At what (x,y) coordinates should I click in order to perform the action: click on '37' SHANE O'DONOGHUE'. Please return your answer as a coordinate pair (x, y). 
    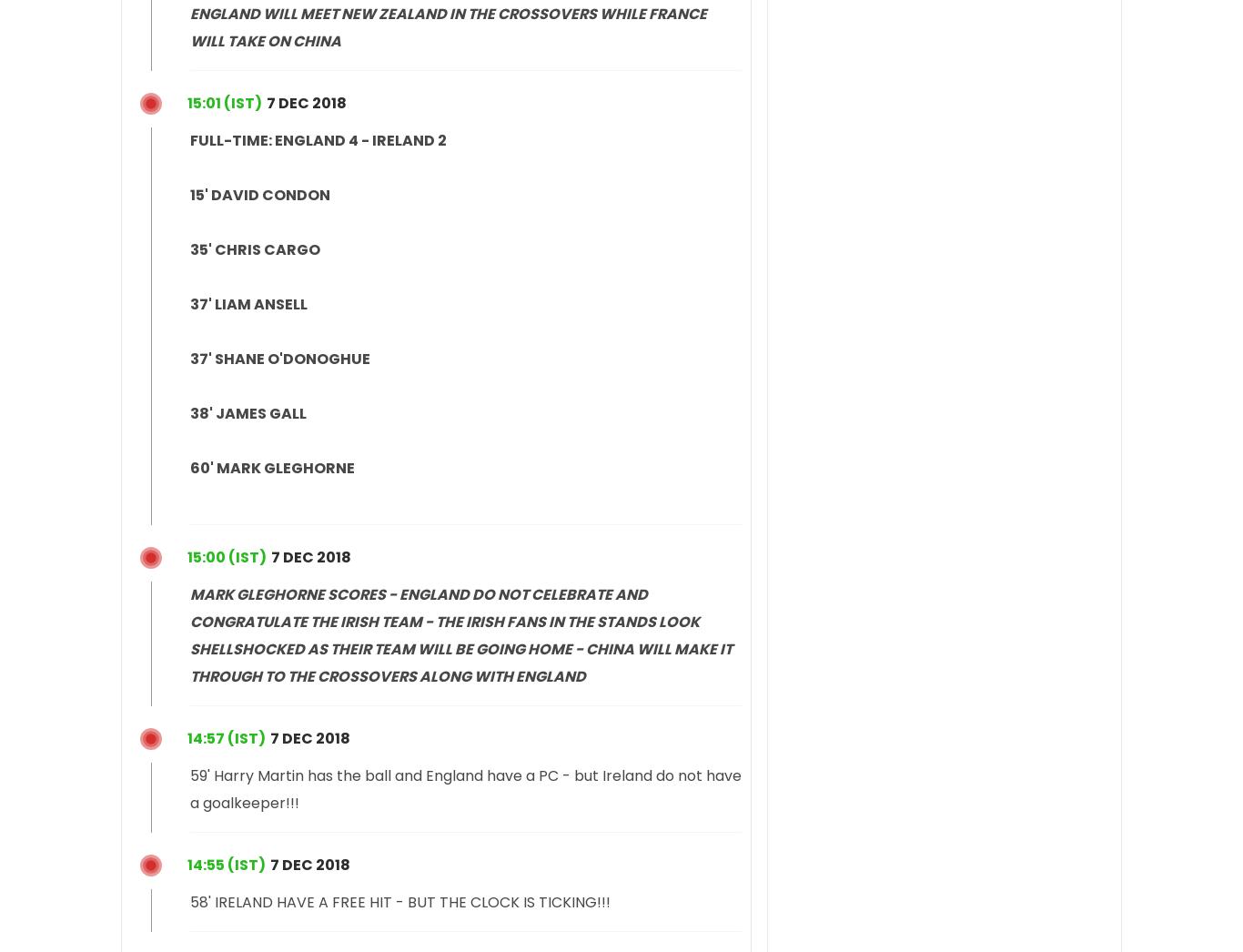
    Looking at the image, I should click on (280, 358).